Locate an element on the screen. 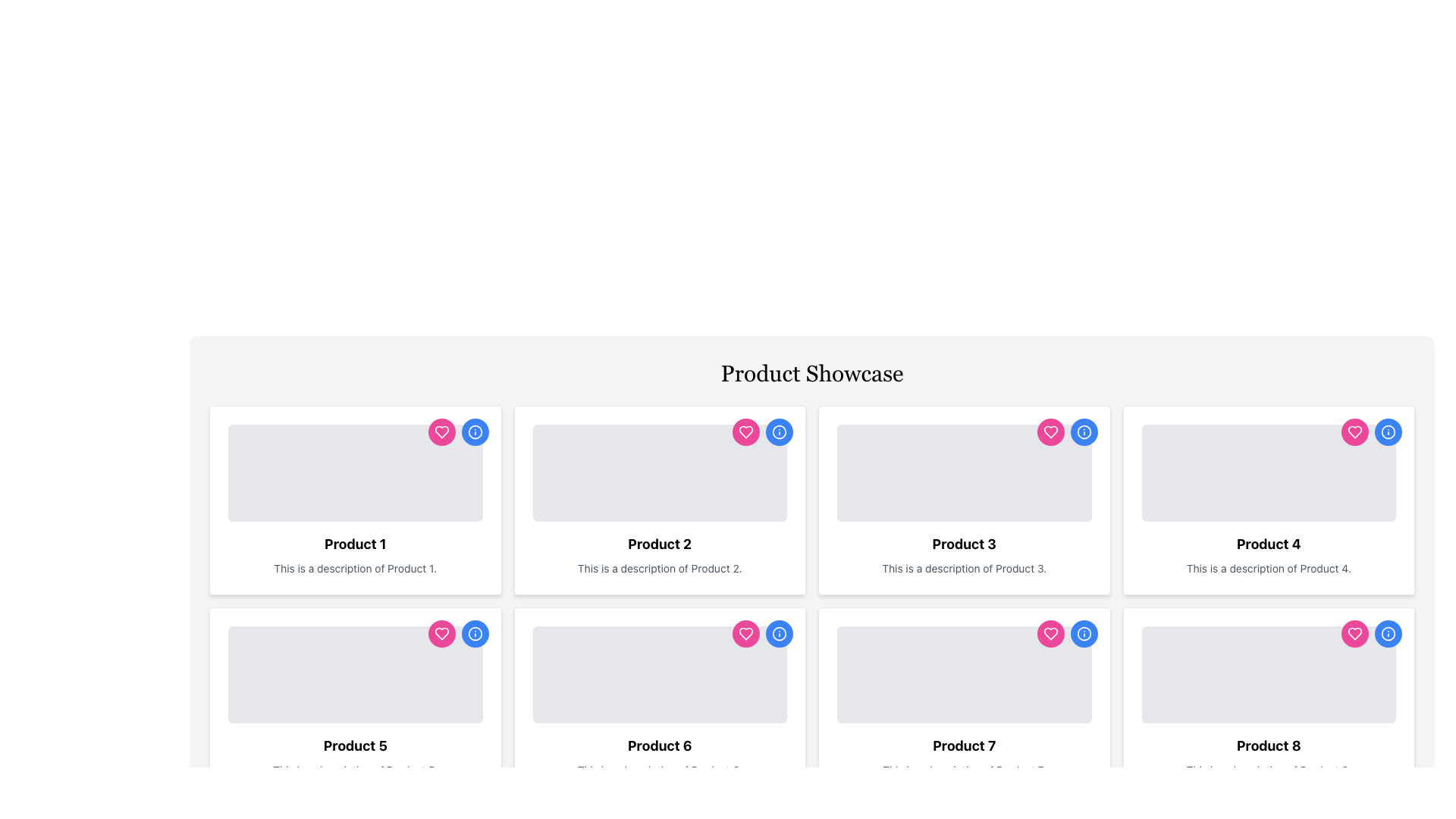 Image resolution: width=1456 pixels, height=819 pixels. the button located at the top-right corner of the 'Product 3' card is located at coordinates (1083, 432).